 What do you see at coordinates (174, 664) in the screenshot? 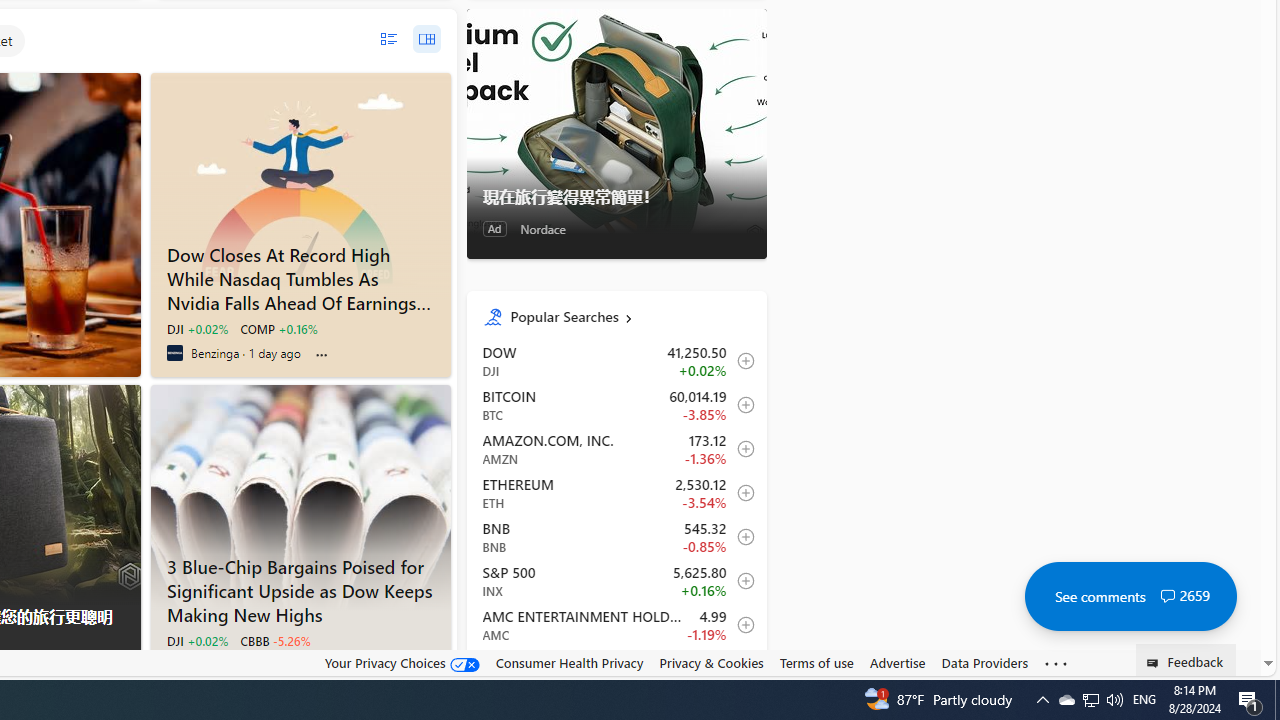
I see `'Investing.com'` at bounding box center [174, 664].